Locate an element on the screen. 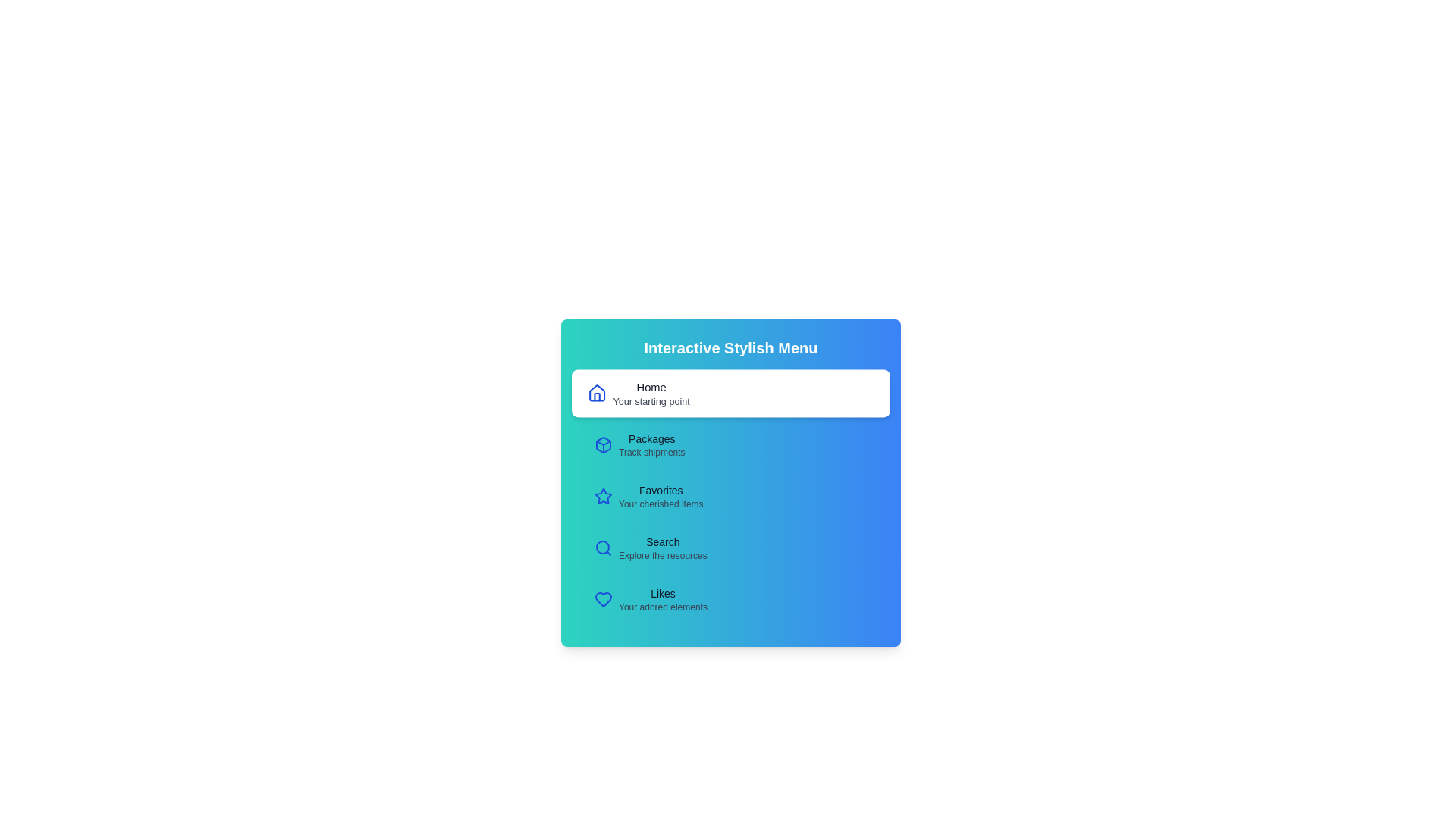 The width and height of the screenshot is (1456, 819). the menu item Favorites is located at coordinates (731, 497).